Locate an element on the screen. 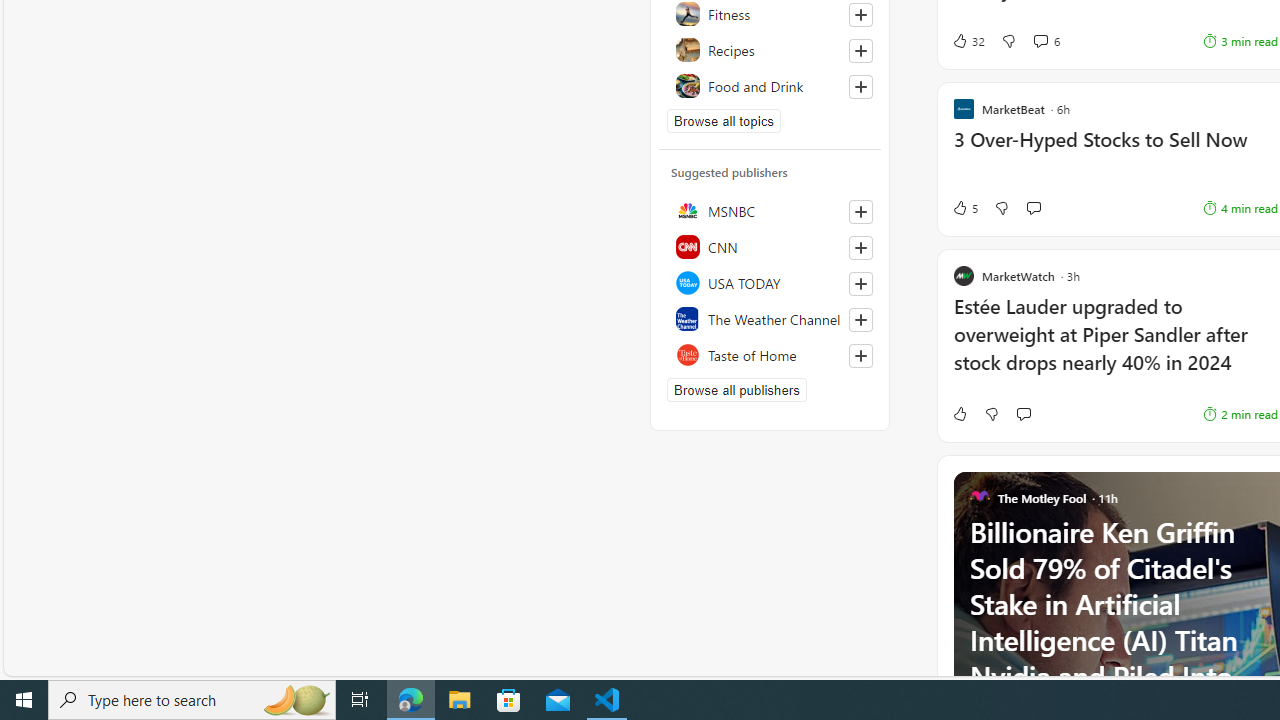 This screenshot has width=1280, height=720. 'View comments 6 Comment' is located at coordinates (1040, 41).